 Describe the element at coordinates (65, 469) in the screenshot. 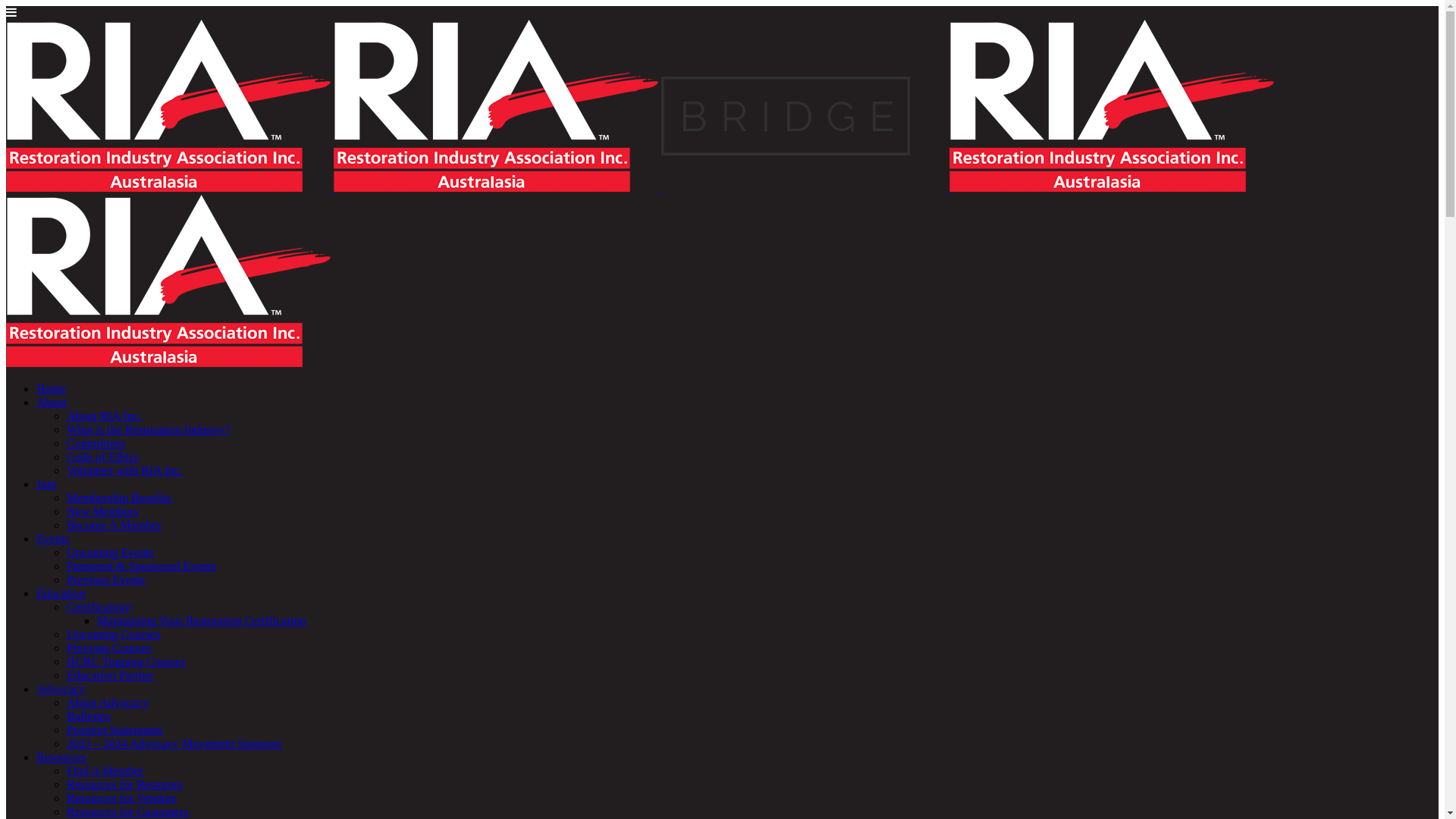

I see `'Volunteer with RIA Inc.'` at that location.